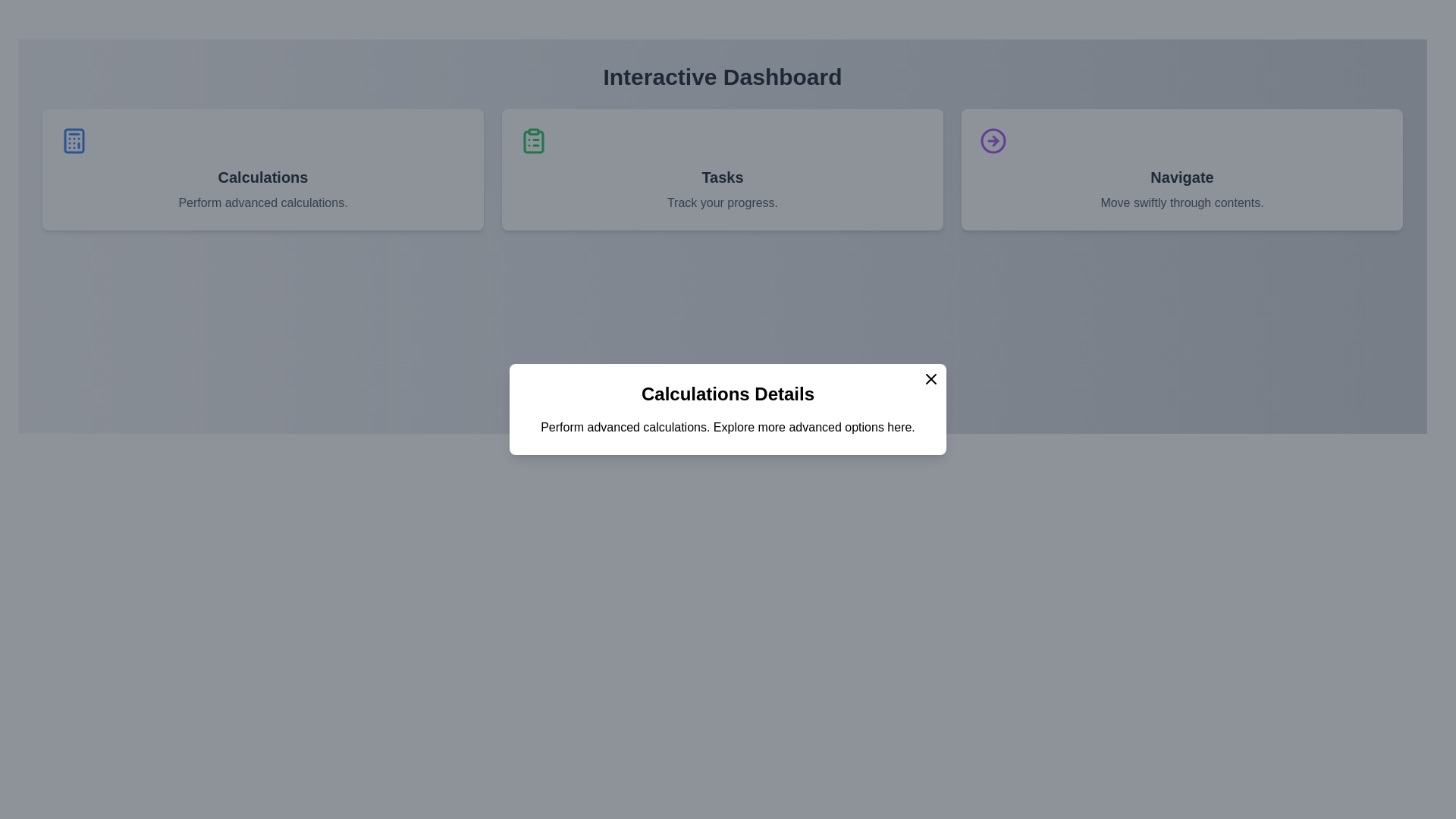 Image resolution: width=1456 pixels, height=819 pixels. What do you see at coordinates (722, 177) in the screenshot?
I see `title 'Tasks' which is displayed in bold, extra-large font on a grayish-black background within the second card of three, located at the center of the upper-middle portion of the card` at bounding box center [722, 177].